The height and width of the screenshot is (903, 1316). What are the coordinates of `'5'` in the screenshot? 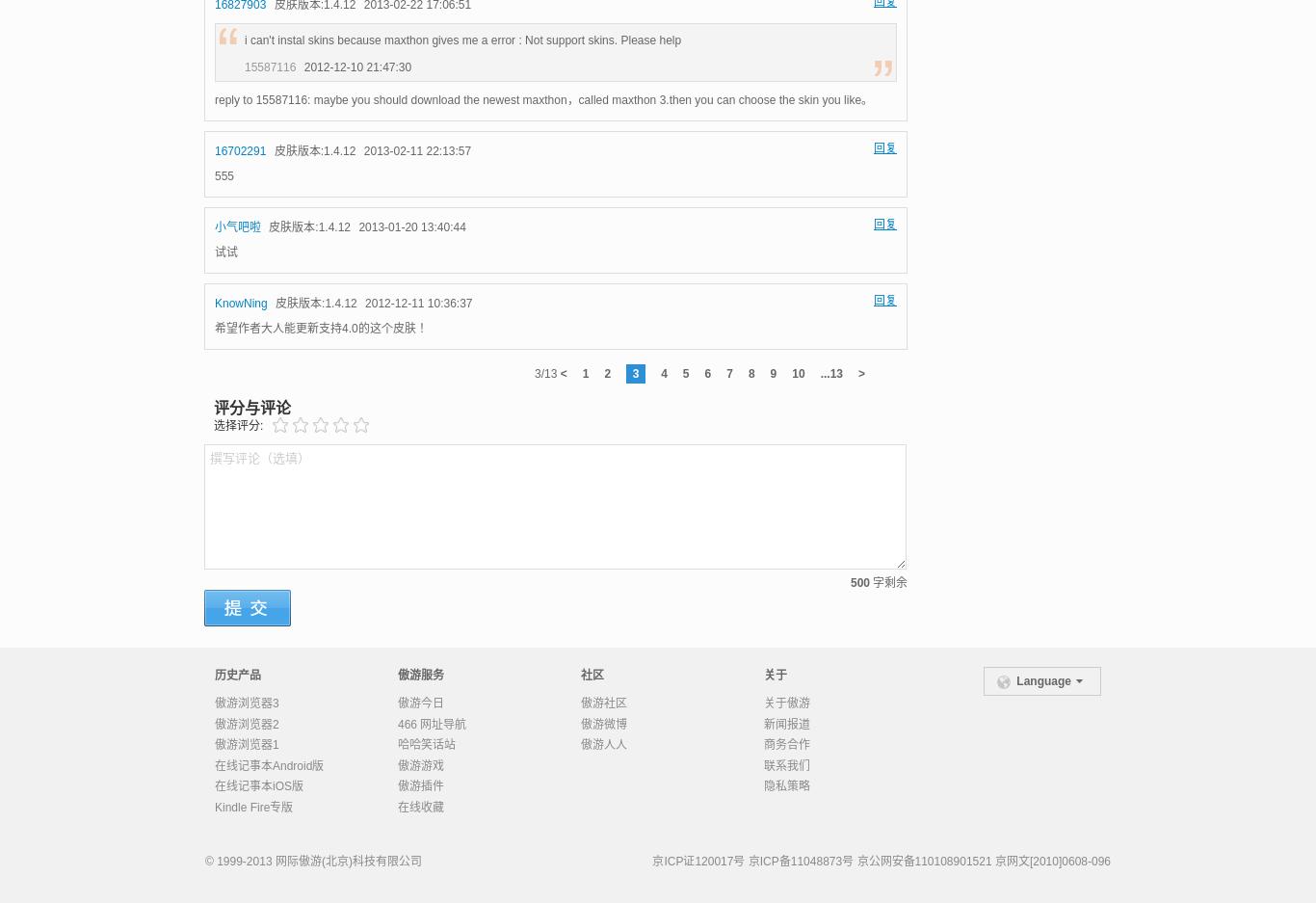 It's located at (681, 371).